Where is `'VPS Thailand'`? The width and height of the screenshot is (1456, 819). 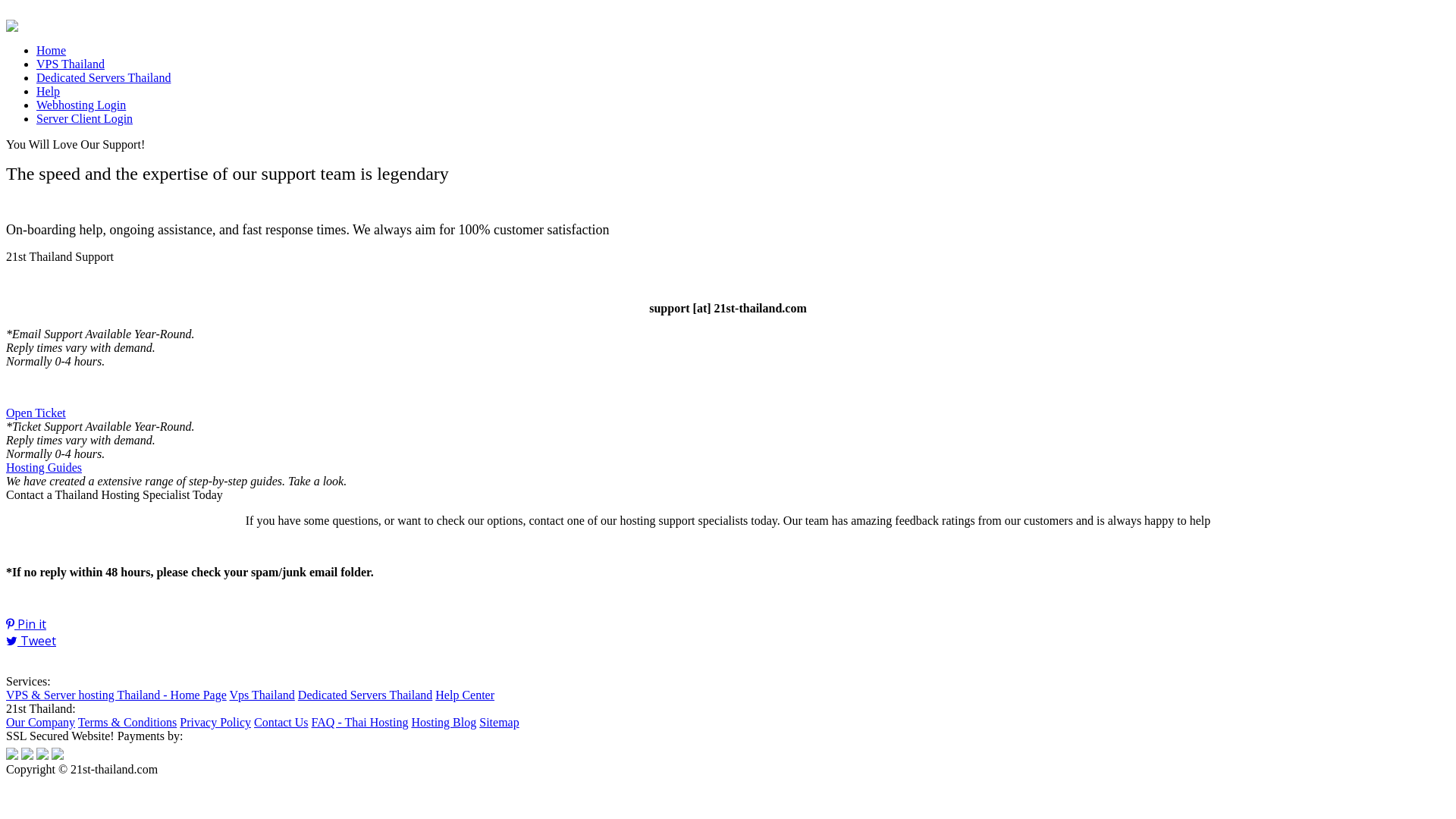
'VPS Thailand' is located at coordinates (69, 63).